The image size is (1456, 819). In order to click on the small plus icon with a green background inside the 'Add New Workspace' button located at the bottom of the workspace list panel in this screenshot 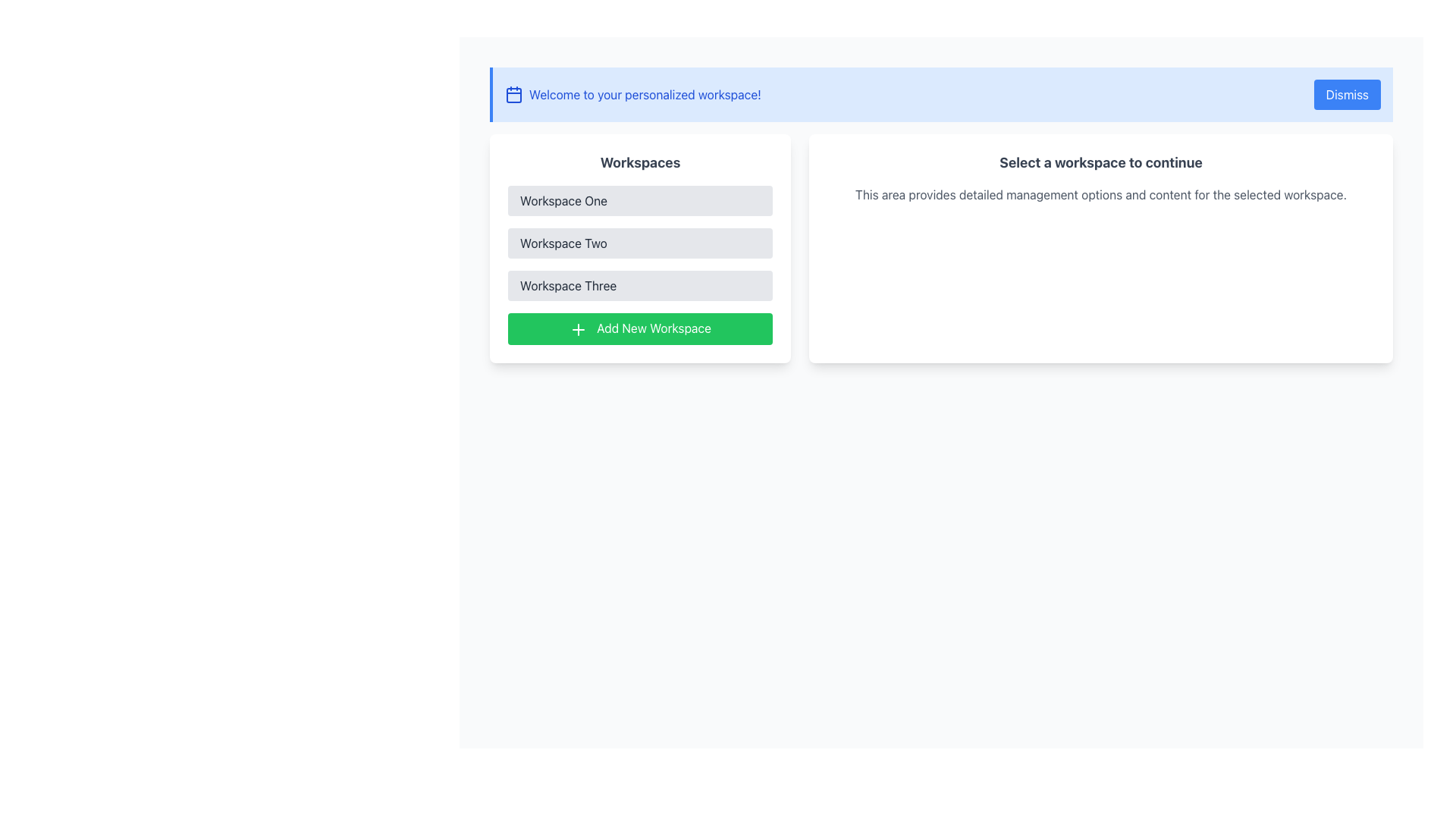, I will do `click(578, 328)`.